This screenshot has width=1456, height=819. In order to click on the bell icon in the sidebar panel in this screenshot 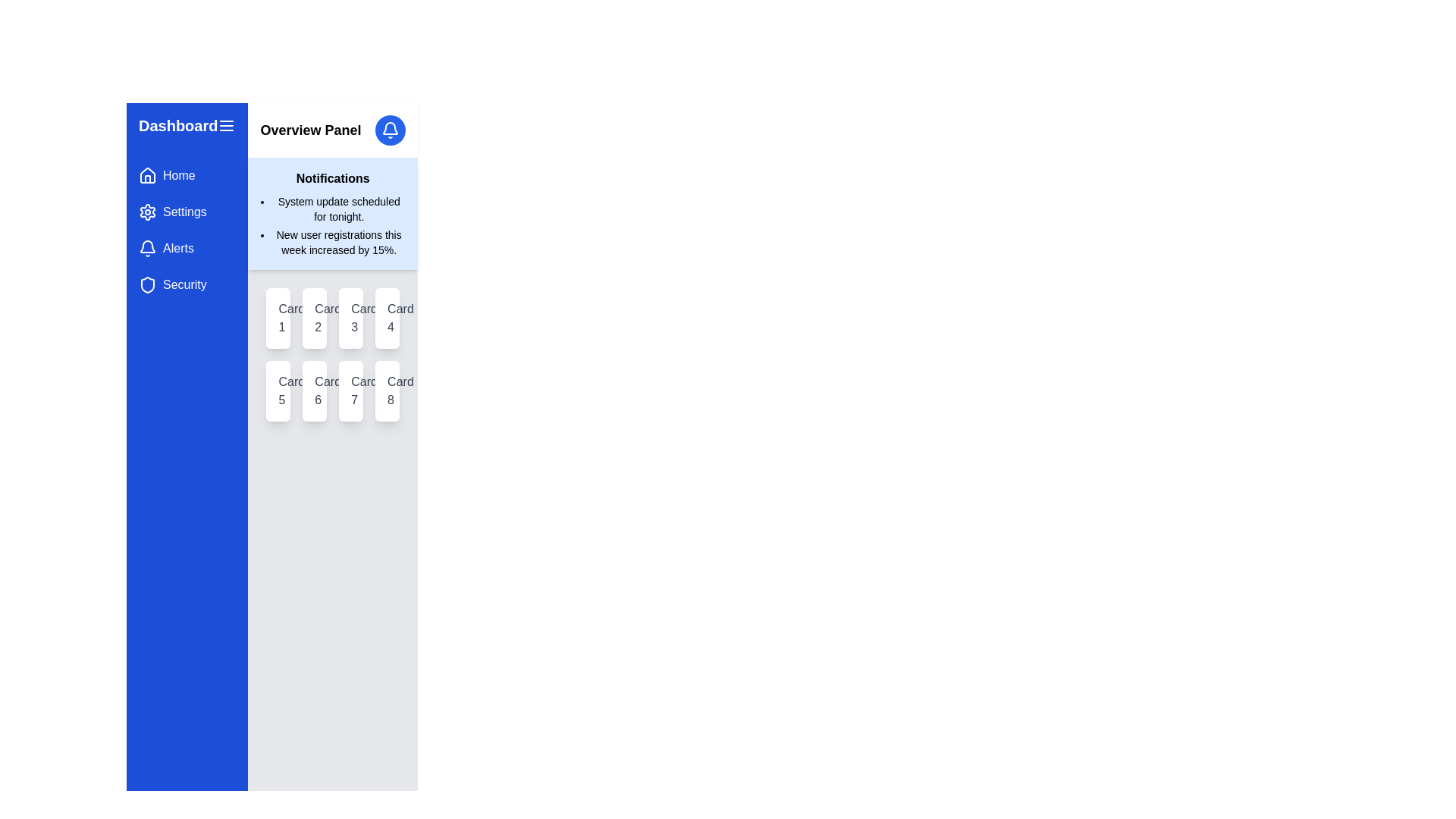, I will do `click(148, 247)`.